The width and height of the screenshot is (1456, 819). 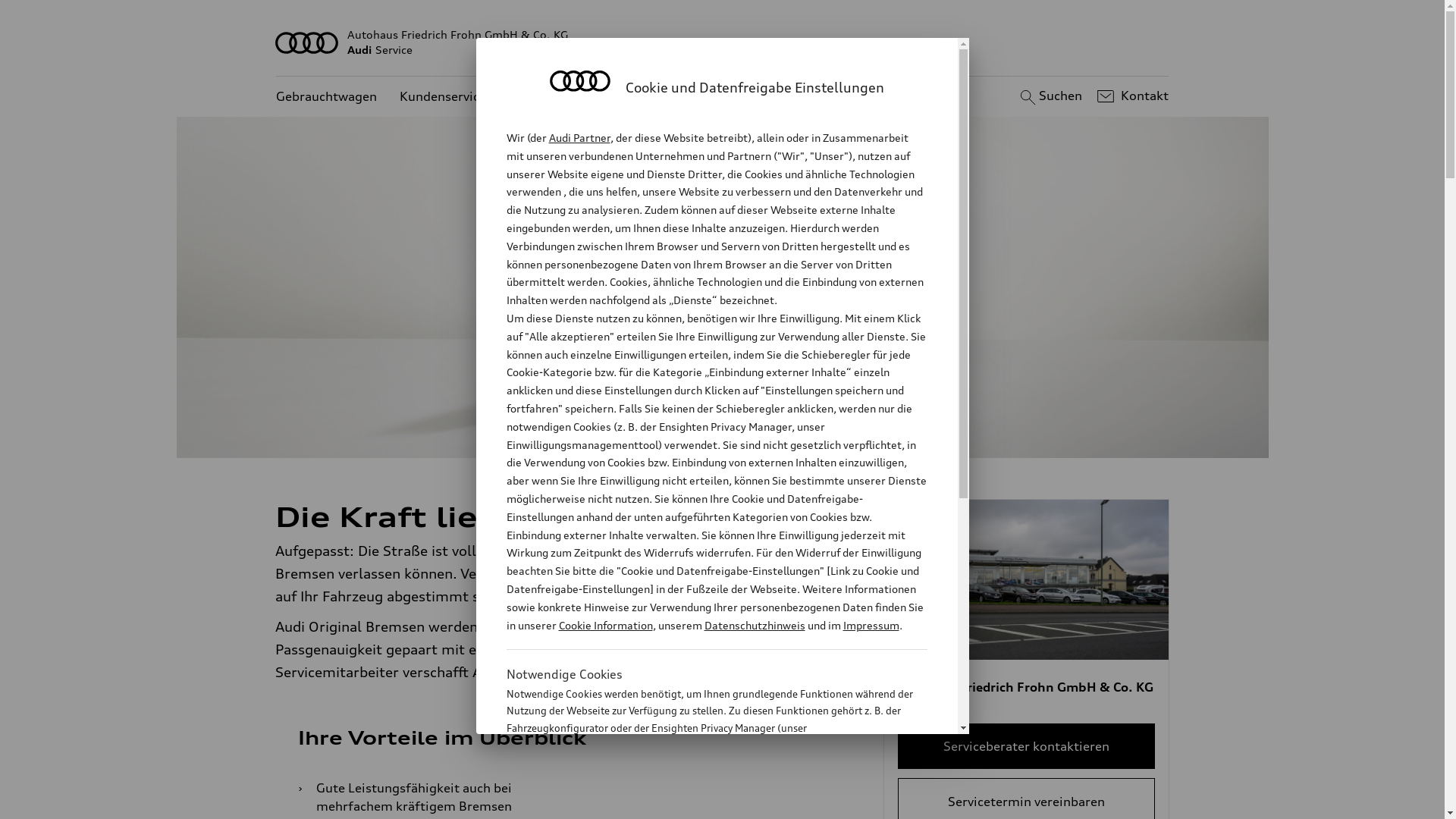 I want to click on 'Serviceberater kontaktieren', so click(x=1026, y=745).